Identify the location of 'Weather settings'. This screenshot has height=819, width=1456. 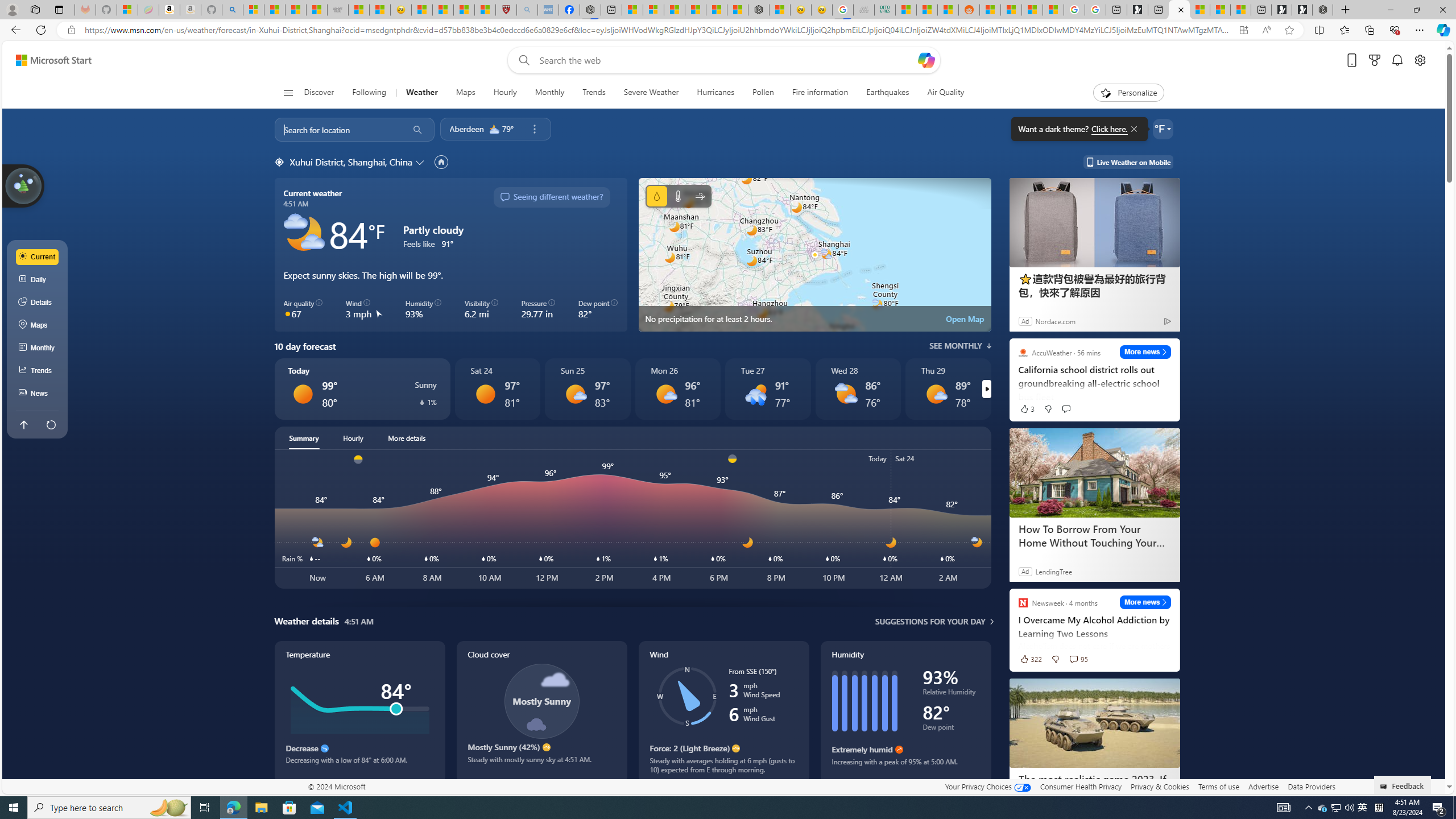
(1162, 128).